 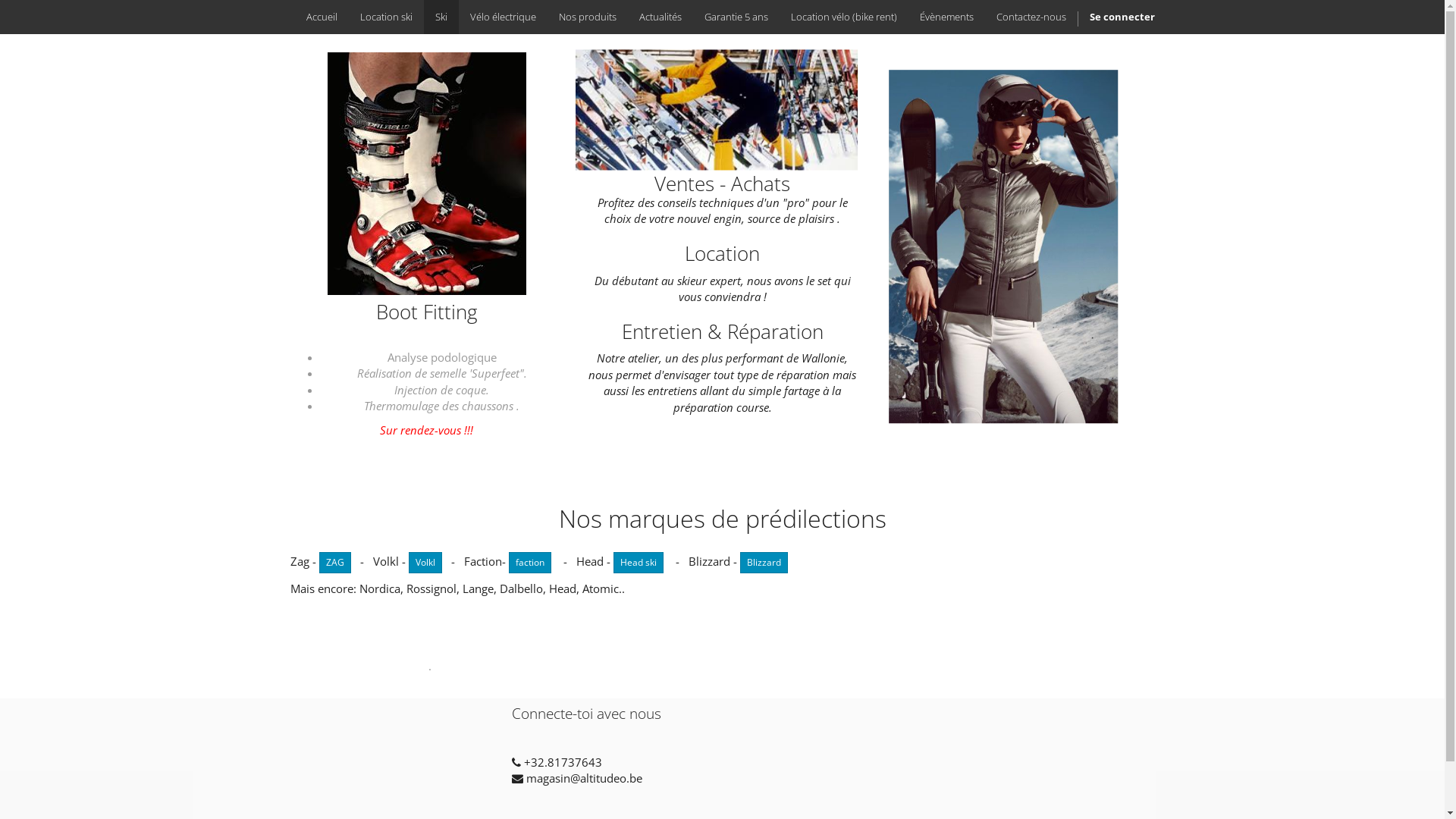 I want to click on 'Volkl', so click(x=407, y=562).